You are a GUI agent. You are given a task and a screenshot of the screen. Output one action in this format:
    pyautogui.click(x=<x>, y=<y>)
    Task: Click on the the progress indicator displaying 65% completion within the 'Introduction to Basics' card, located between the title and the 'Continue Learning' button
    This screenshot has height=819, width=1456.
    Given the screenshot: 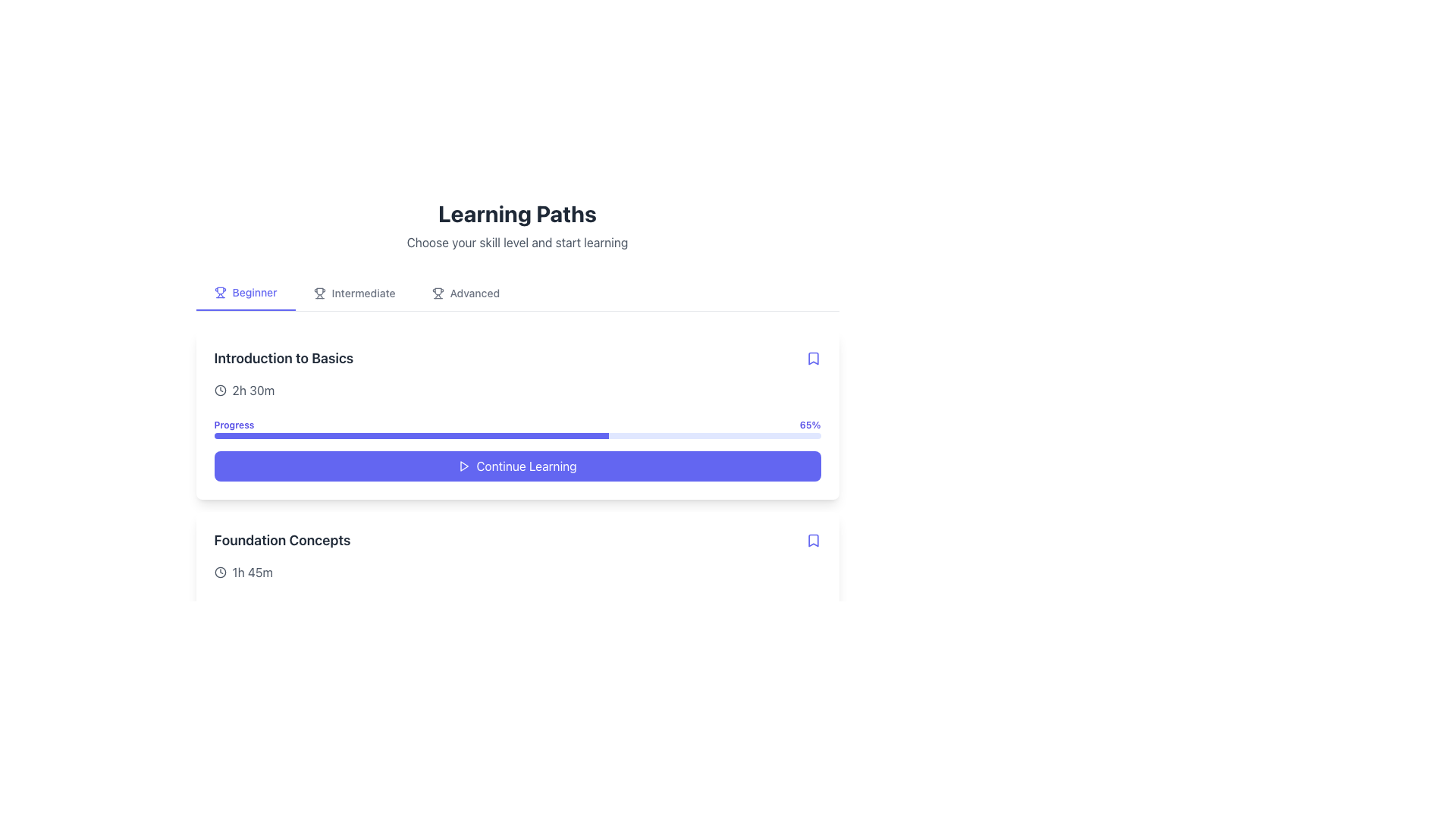 What is the action you would take?
    pyautogui.click(x=517, y=431)
    